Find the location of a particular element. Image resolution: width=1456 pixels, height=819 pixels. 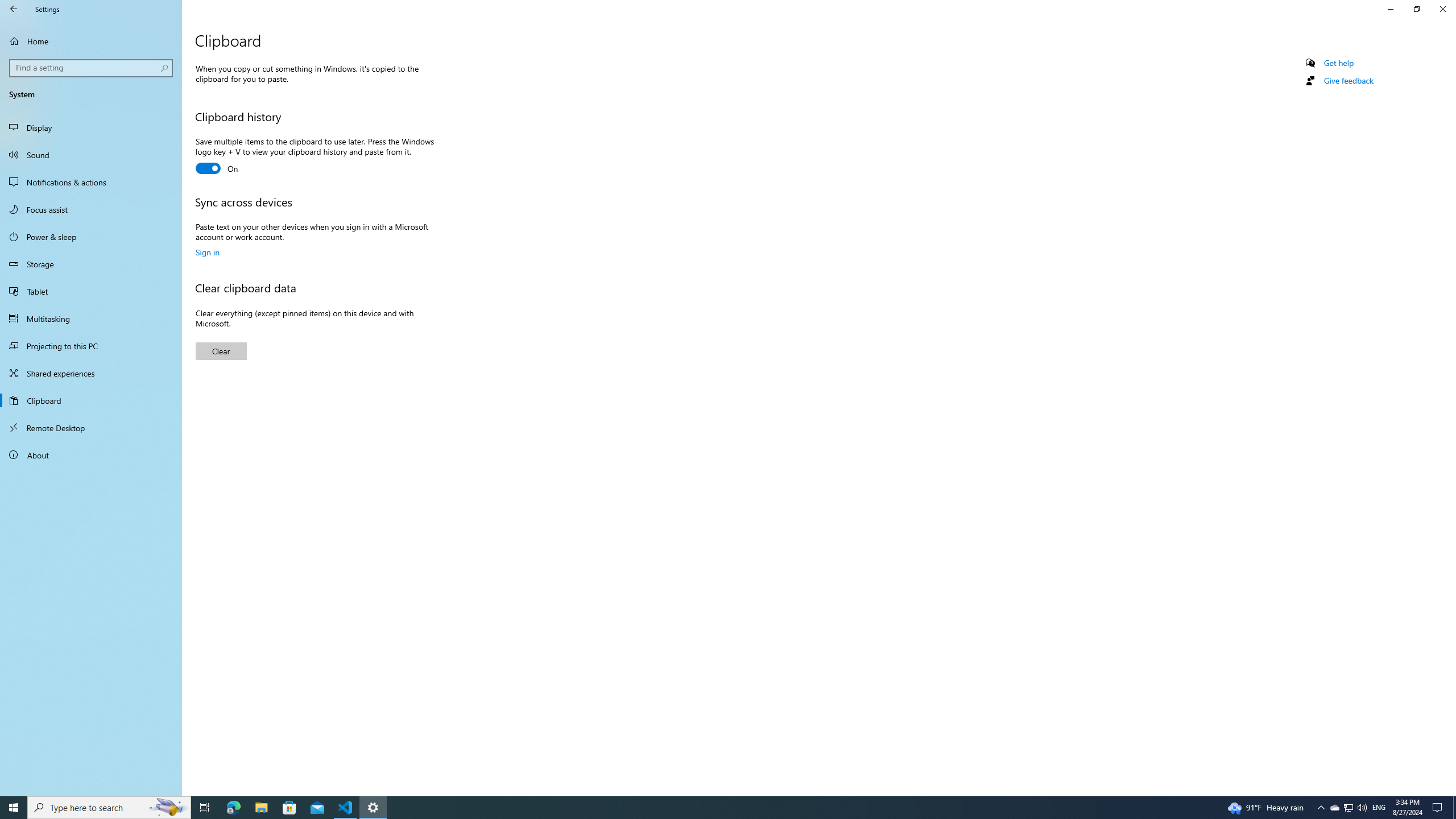

'Clipboard' is located at coordinates (90, 400).